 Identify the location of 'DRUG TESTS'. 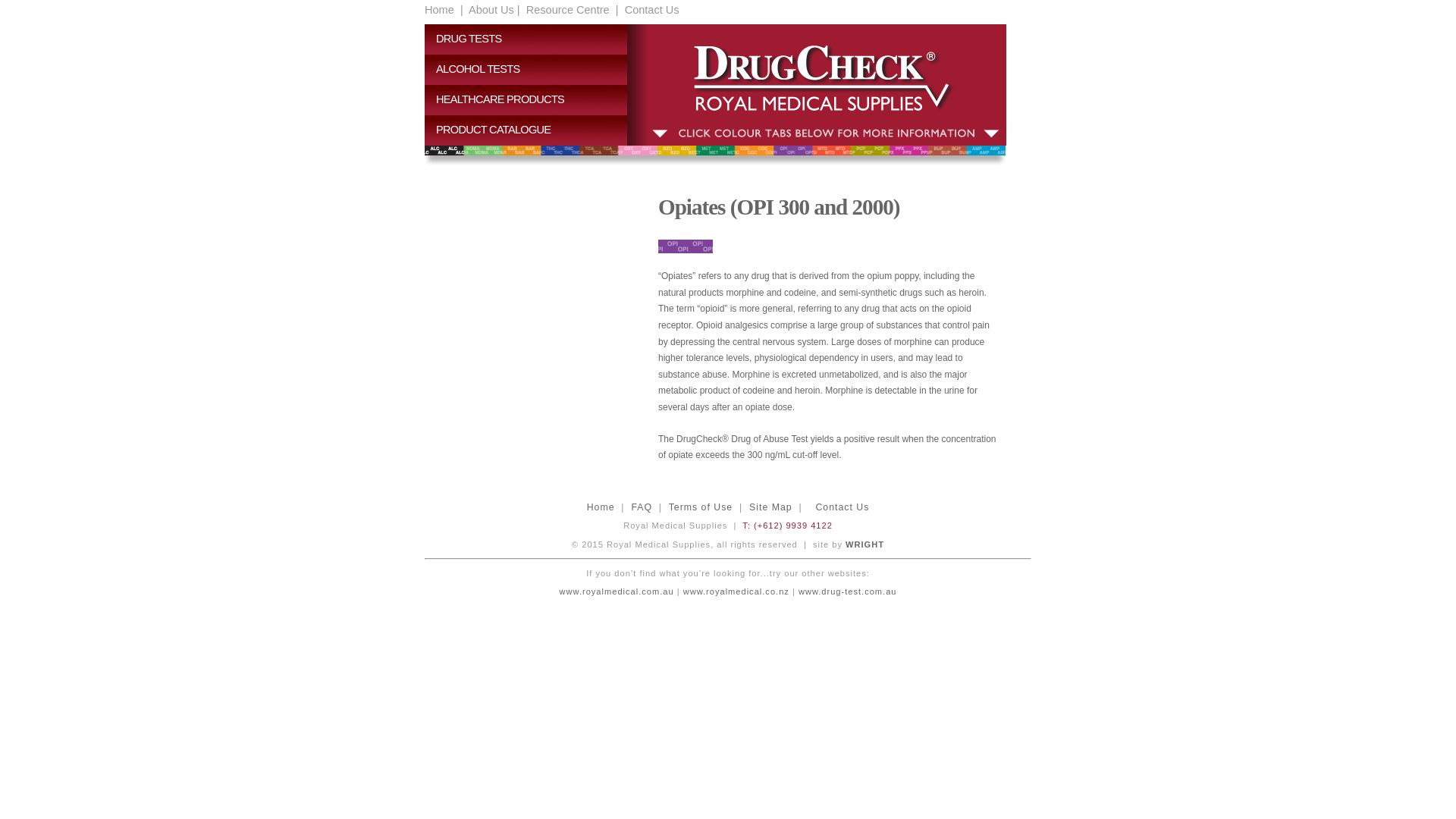
(532, 38).